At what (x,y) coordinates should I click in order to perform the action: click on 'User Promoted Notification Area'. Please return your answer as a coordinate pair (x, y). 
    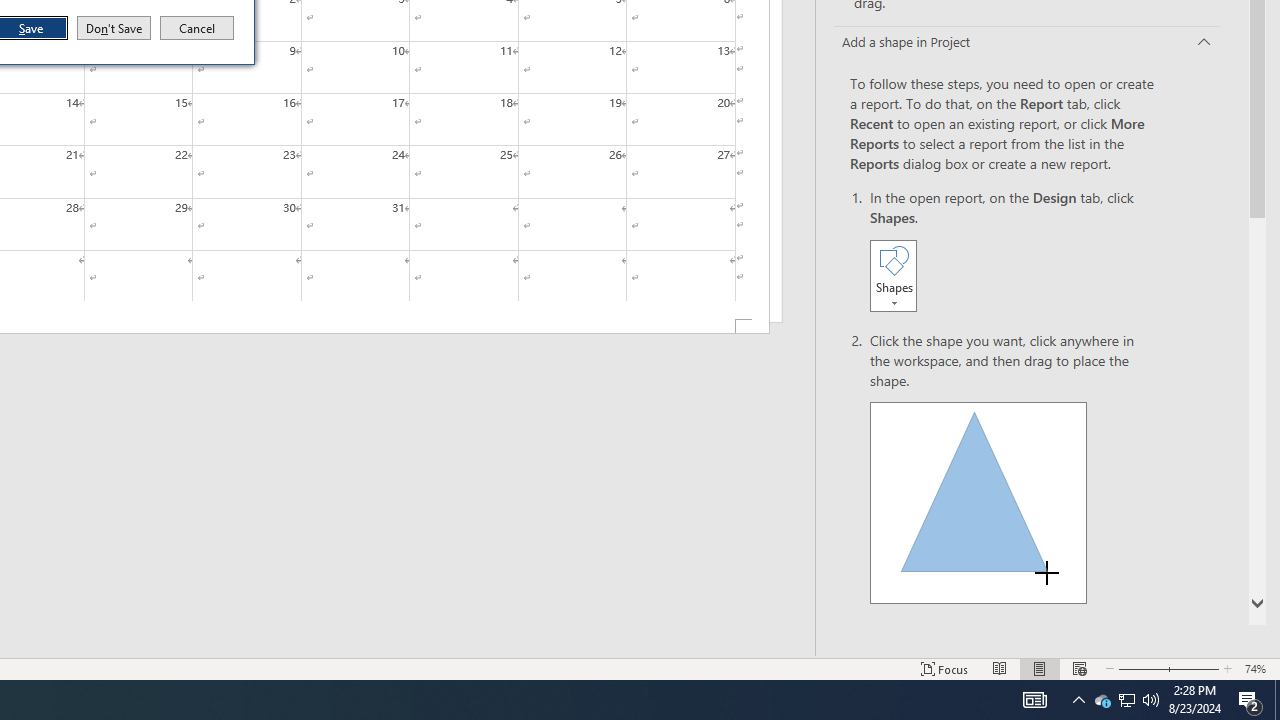
    Looking at the image, I should click on (1078, 698).